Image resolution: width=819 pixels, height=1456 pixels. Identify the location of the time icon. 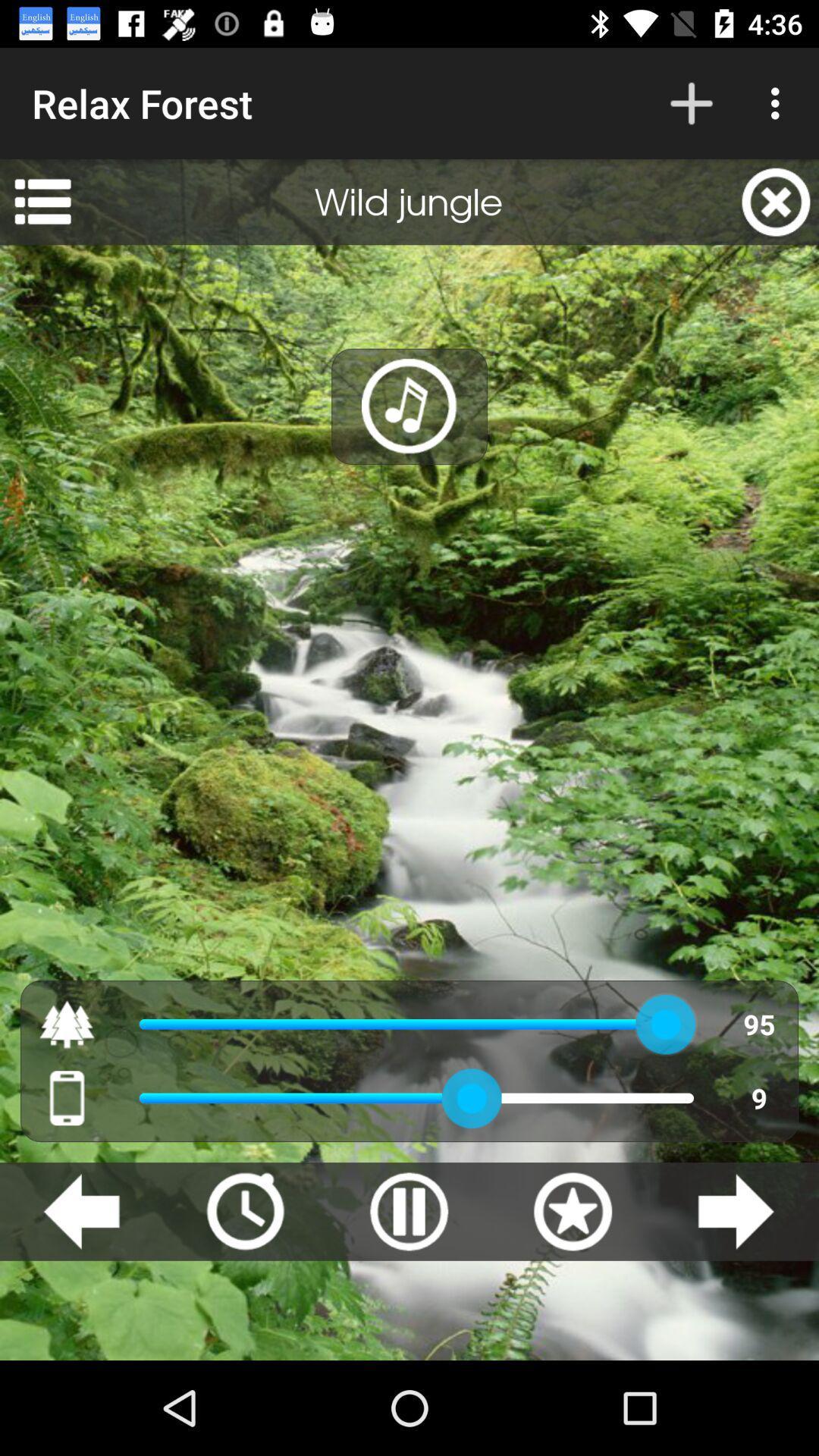
(244, 1210).